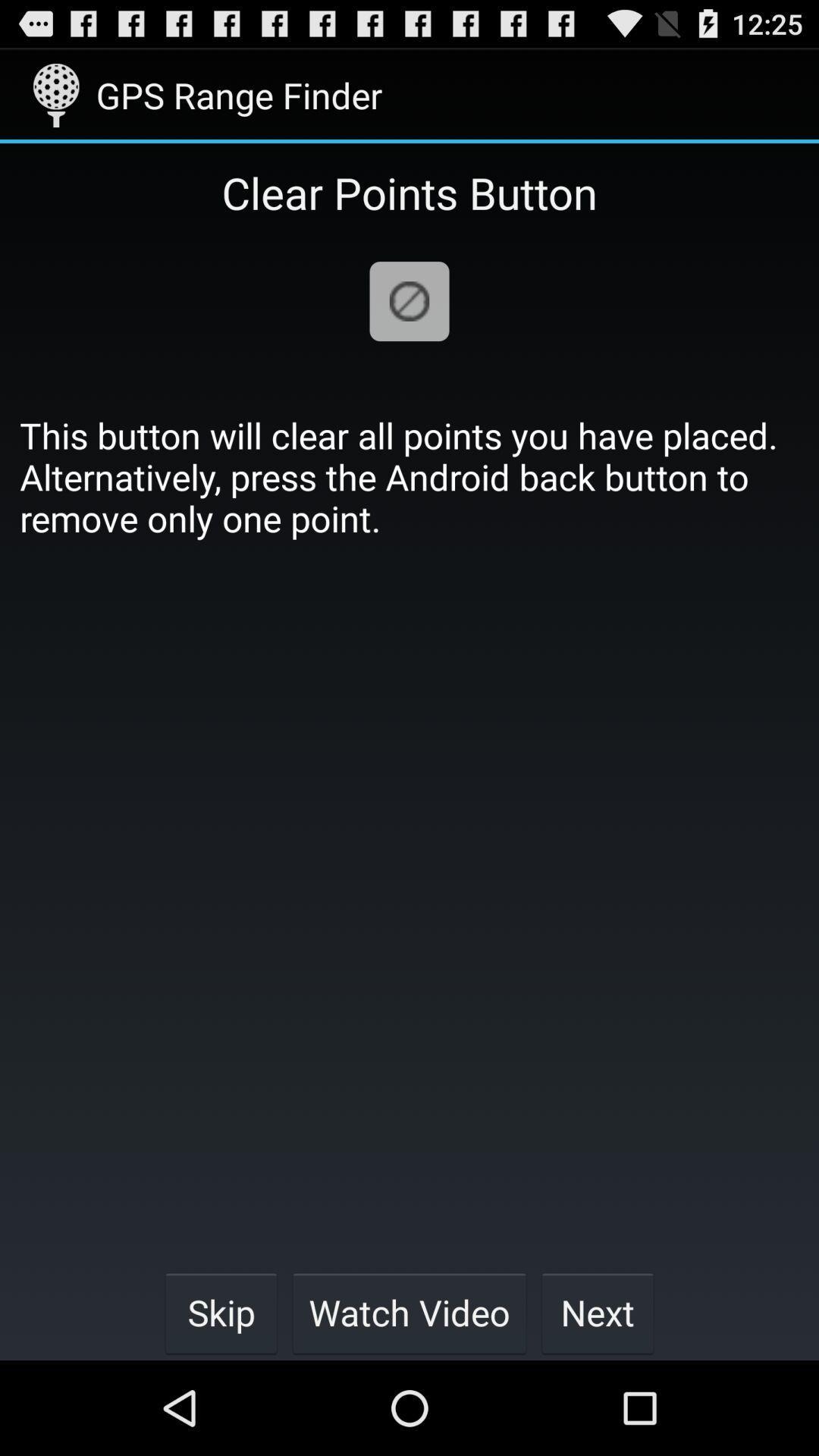 The width and height of the screenshot is (819, 1456). Describe the element at coordinates (597, 1312) in the screenshot. I see `the icon next to watch video button` at that location.